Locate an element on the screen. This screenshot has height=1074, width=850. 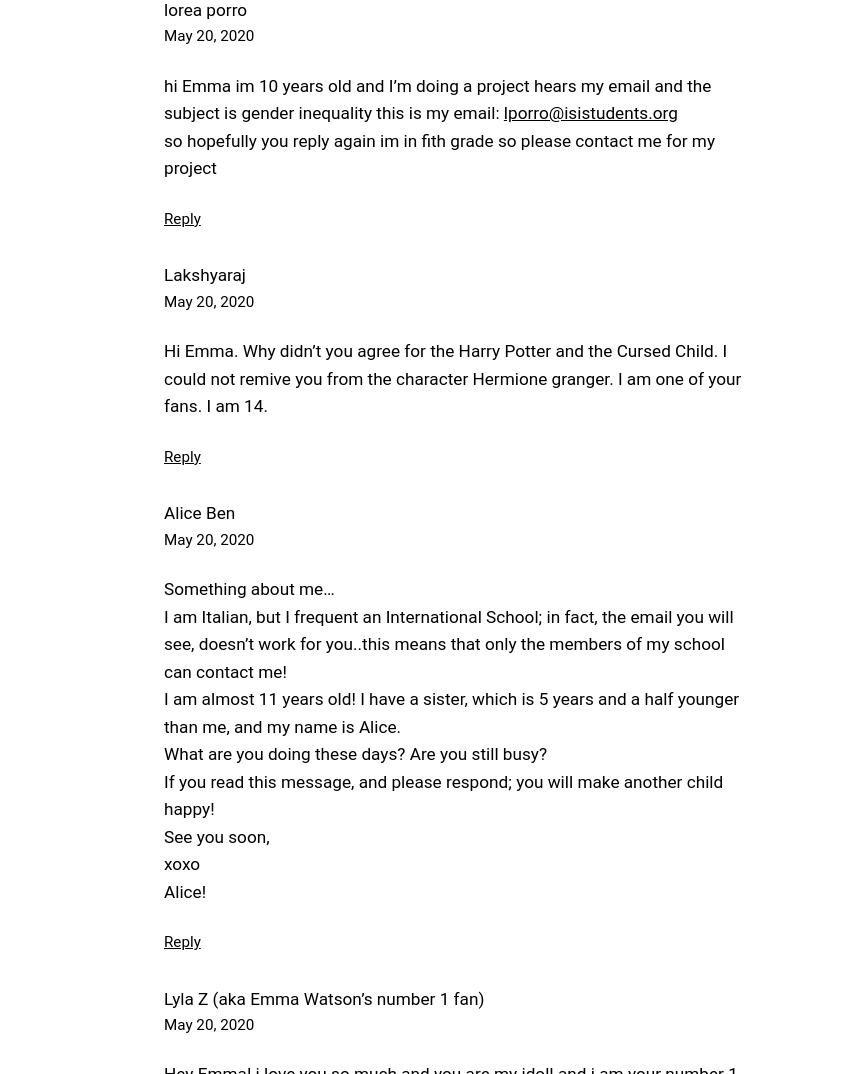
'Alice!' is located at coordinates (183, 889).